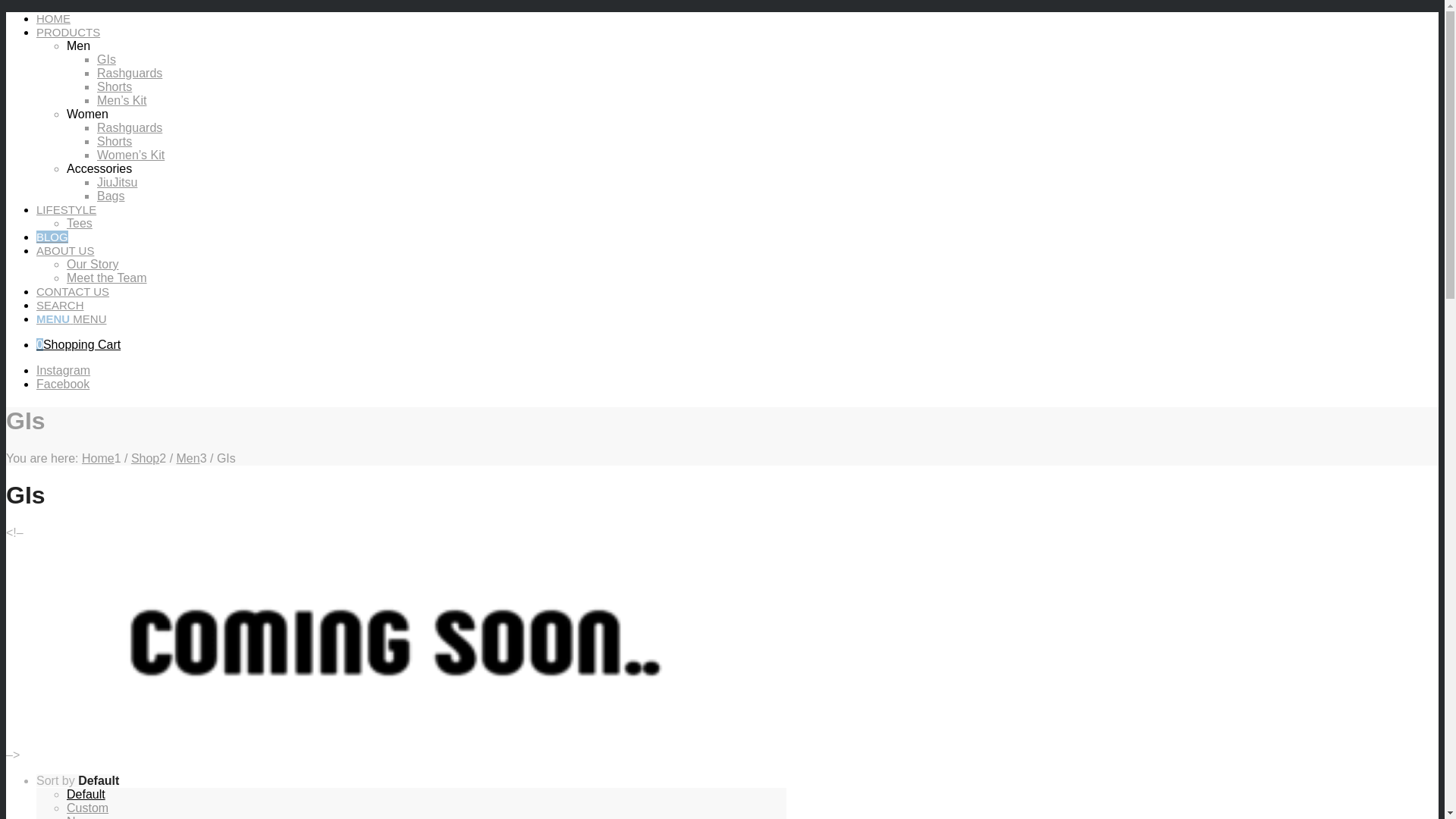 This screenshot has width=1456, height=819. Describe the element at coordinates (62, 370) in the screenshot. I see `'Instagram'` at that location.